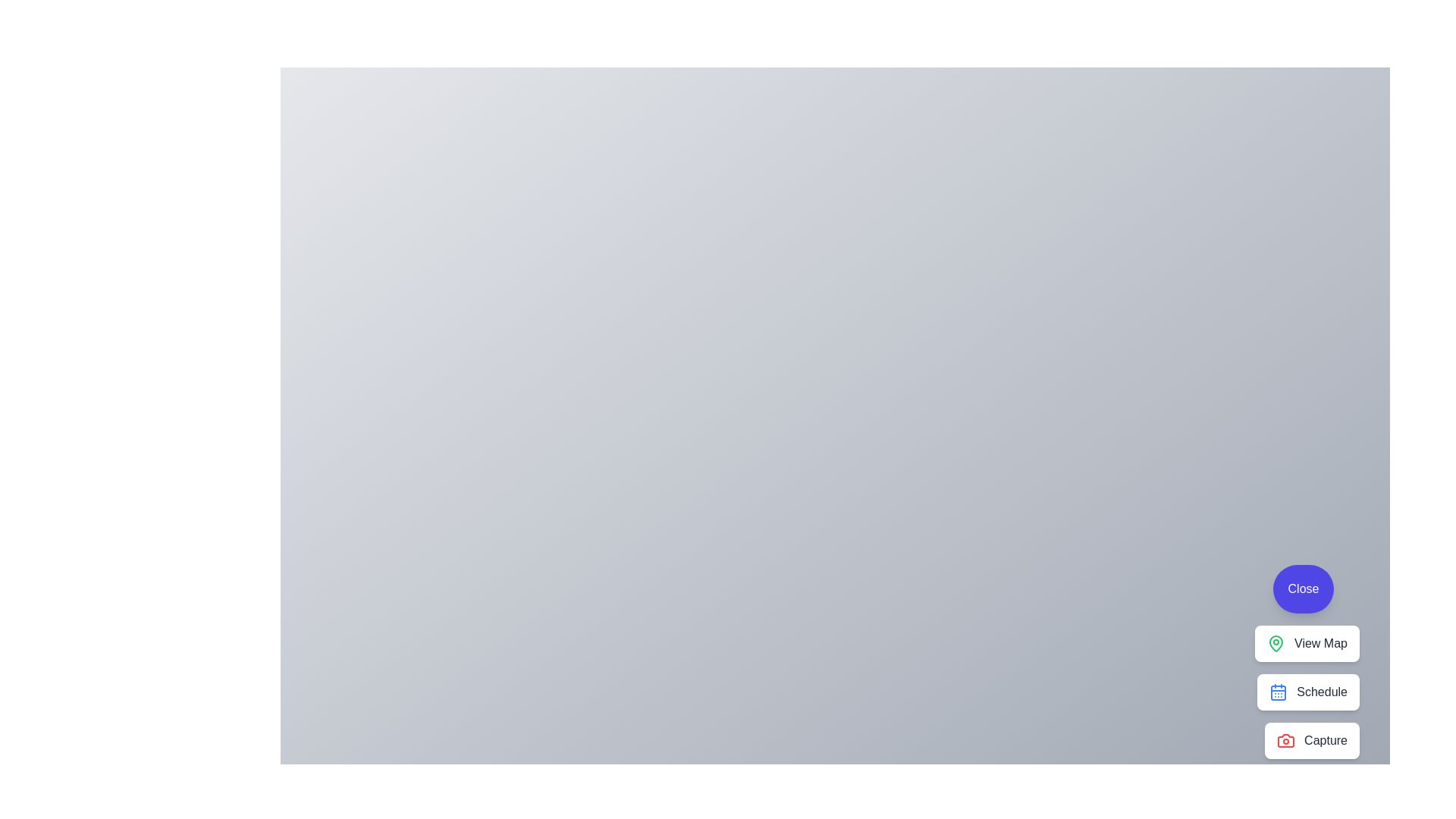  Describe the element at coordinates (1310, 739) in the screenshot. I see `the 'Capture' option to access photo capturing features` at that location.